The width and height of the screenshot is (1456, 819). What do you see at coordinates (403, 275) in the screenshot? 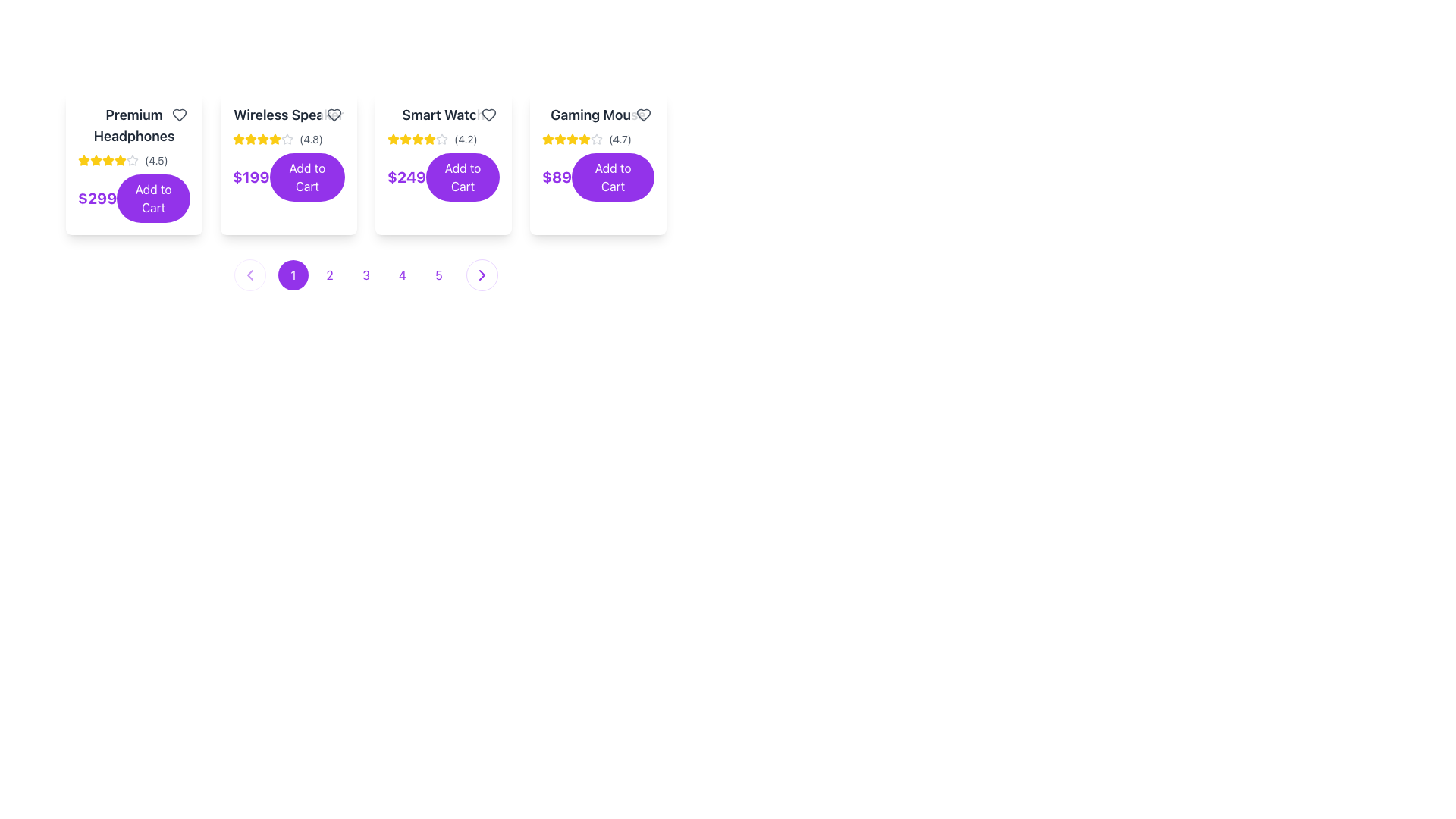
I see `the circular button with the purple numeral '4' at its center` at bounding box center [403, 275].